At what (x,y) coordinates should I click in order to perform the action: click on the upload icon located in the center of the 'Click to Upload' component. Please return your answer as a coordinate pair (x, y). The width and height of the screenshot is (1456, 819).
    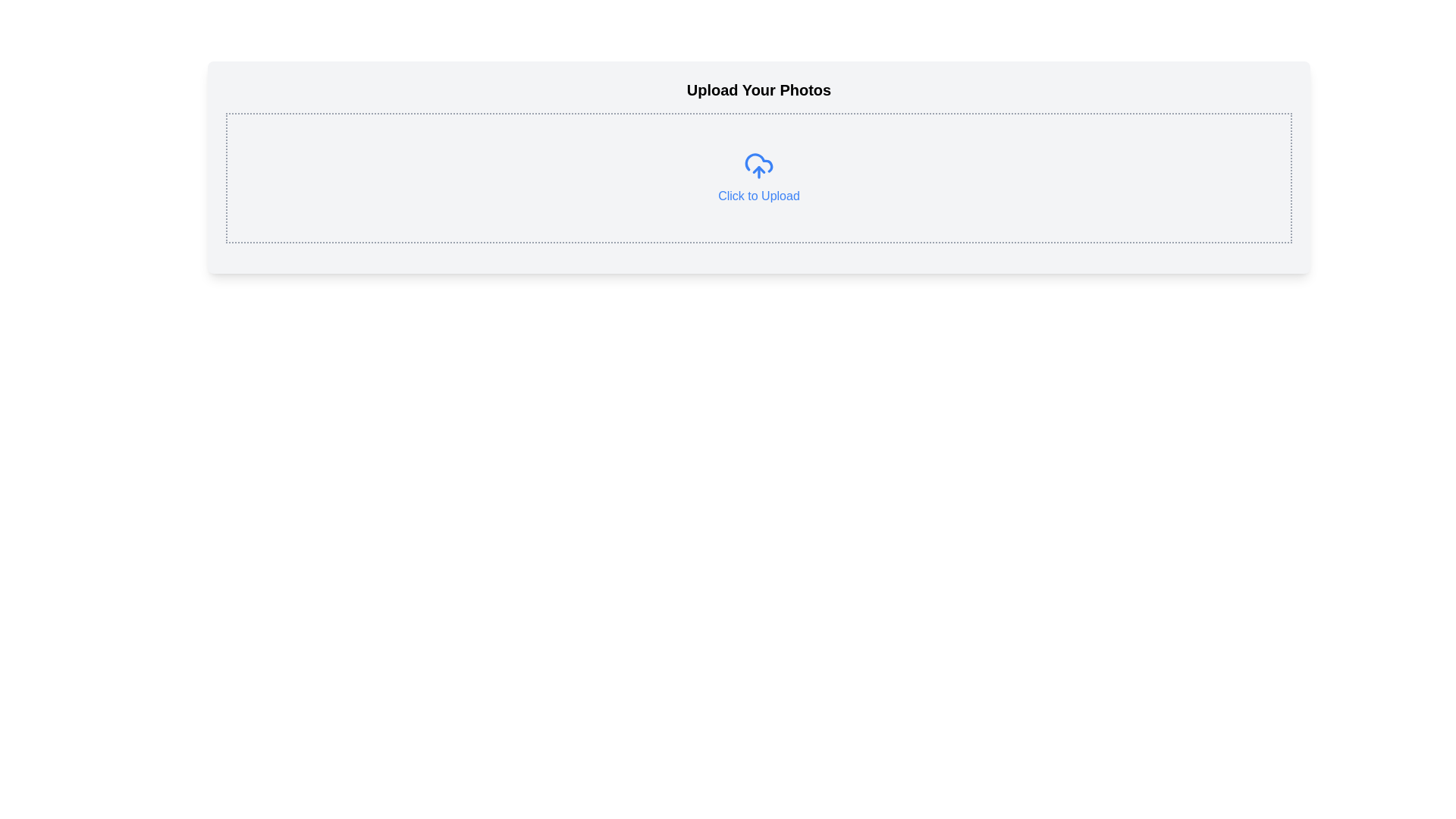
    Looking at the image, I should click on (758, 166).